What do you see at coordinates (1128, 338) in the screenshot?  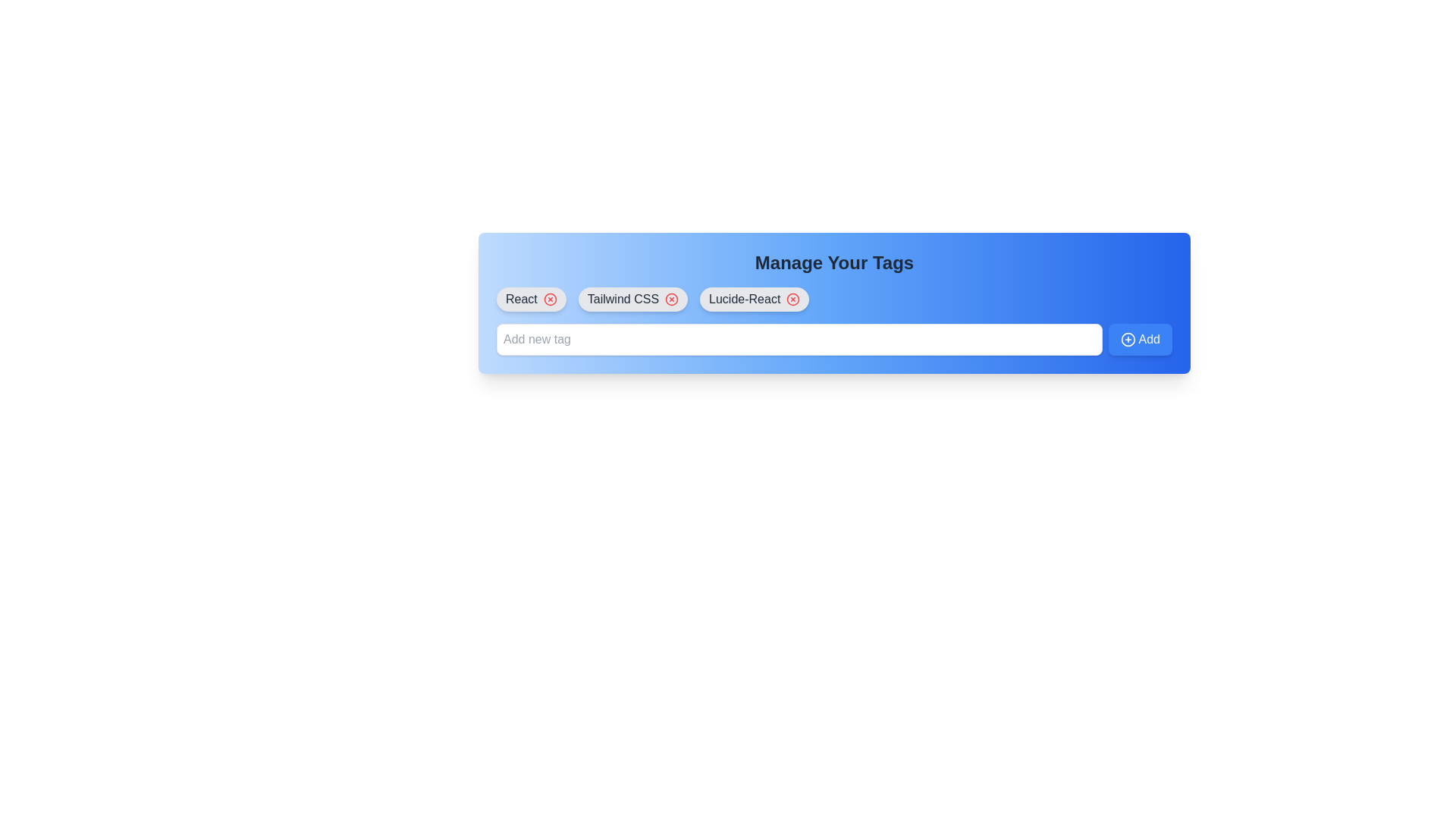 I see `the circular blue icon with a '+' symbol inside, located to the left of the text 'Add' on the right side of the interface` at bounding box center [1128, 338].